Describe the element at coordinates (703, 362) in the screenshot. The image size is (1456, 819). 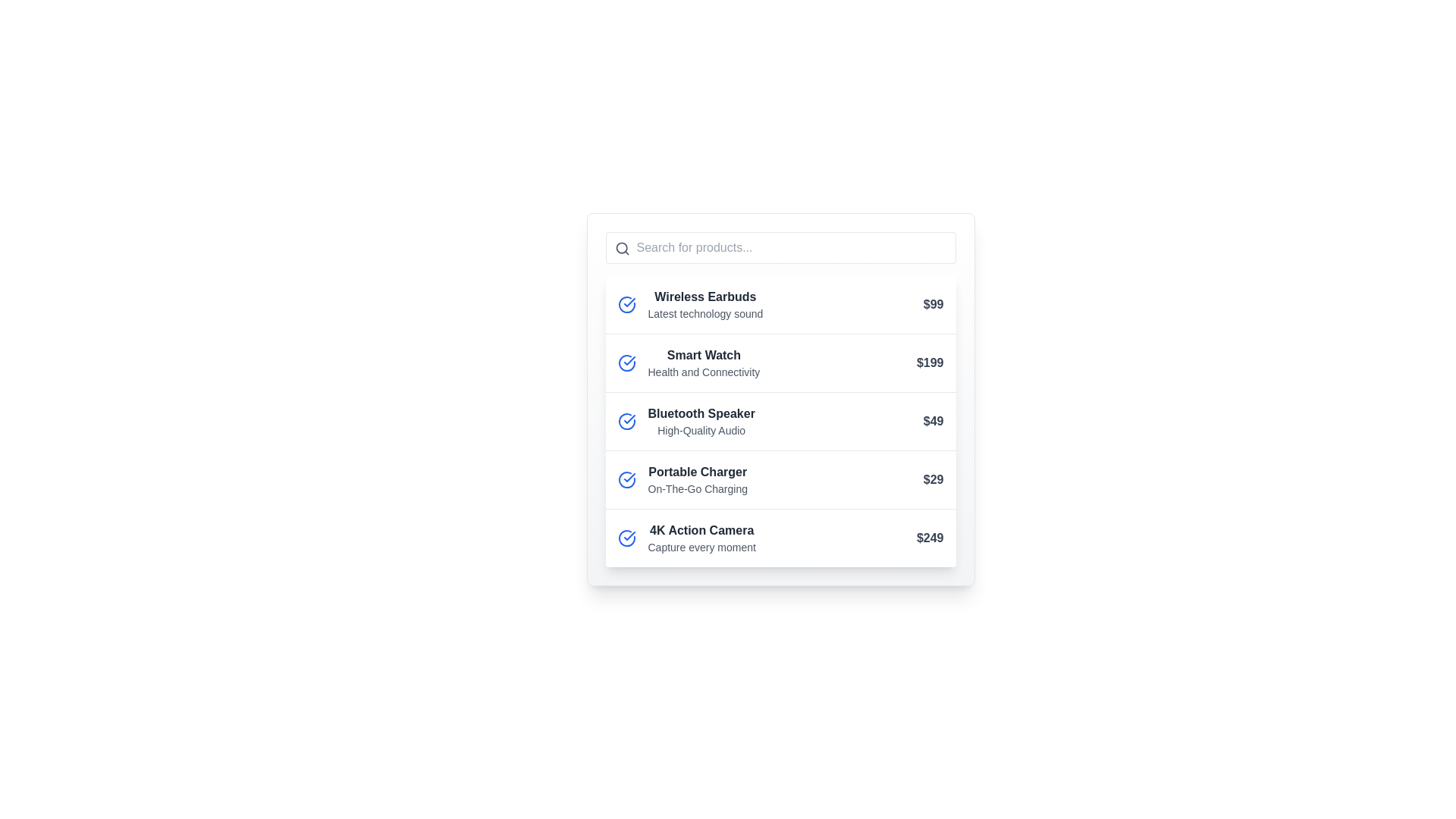
I see `the Text display component showing 'Smart Watch' above 'Health and Connectivity', which is the second entry in the product item list` at that location.